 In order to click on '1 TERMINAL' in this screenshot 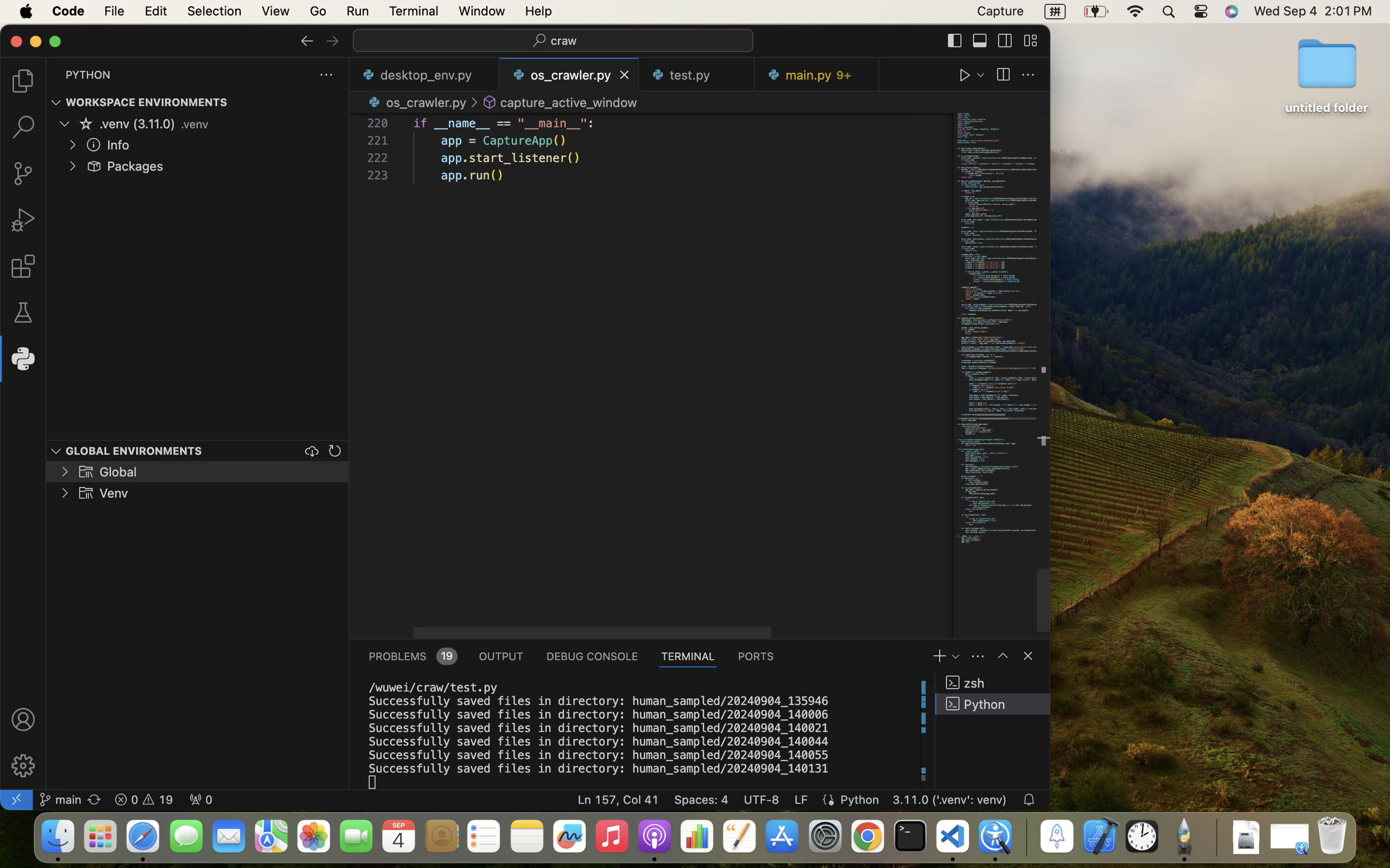, I will do `click(688, 656)`.